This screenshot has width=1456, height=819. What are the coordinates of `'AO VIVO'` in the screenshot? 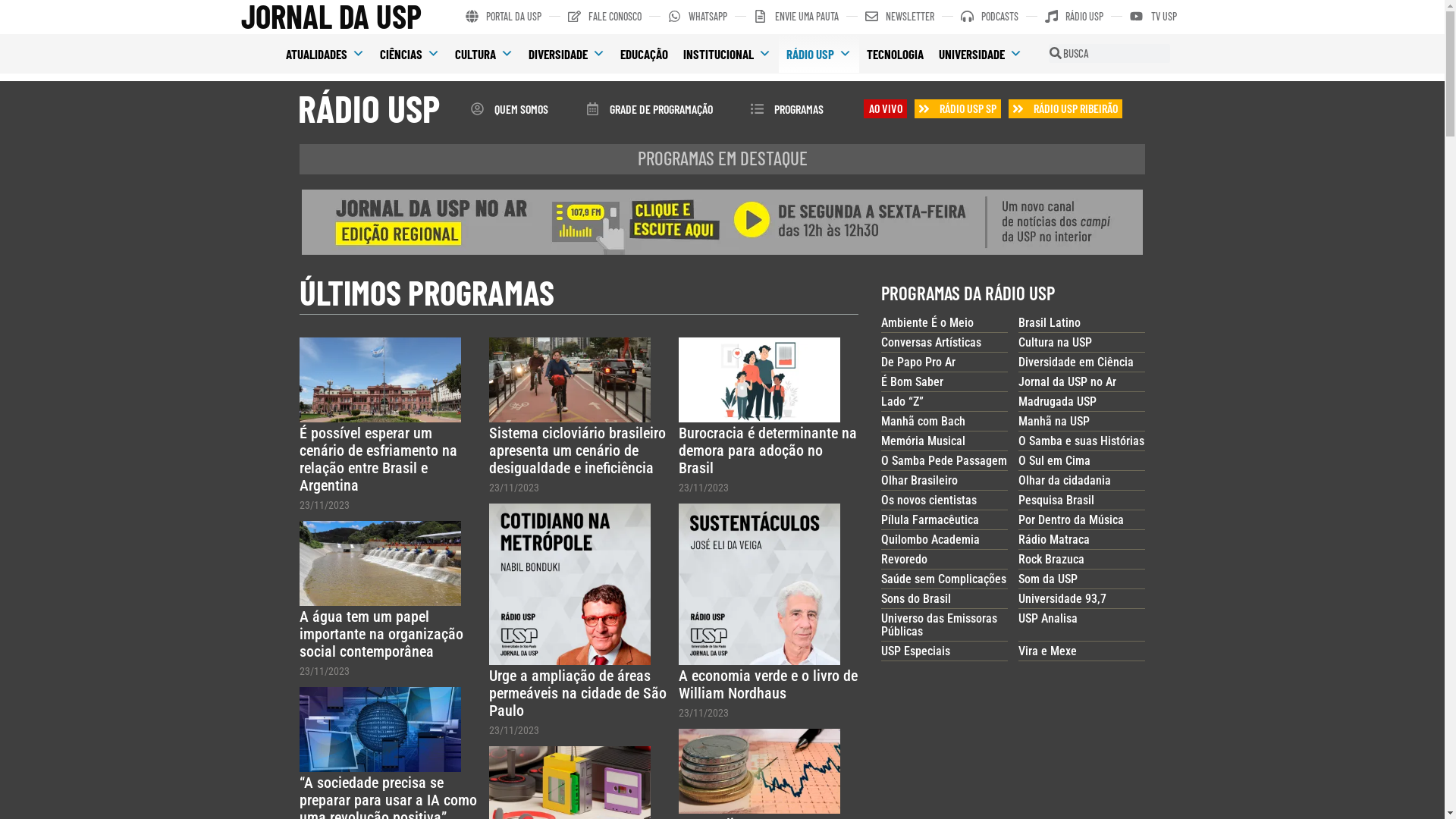 It's located at (885, 107).